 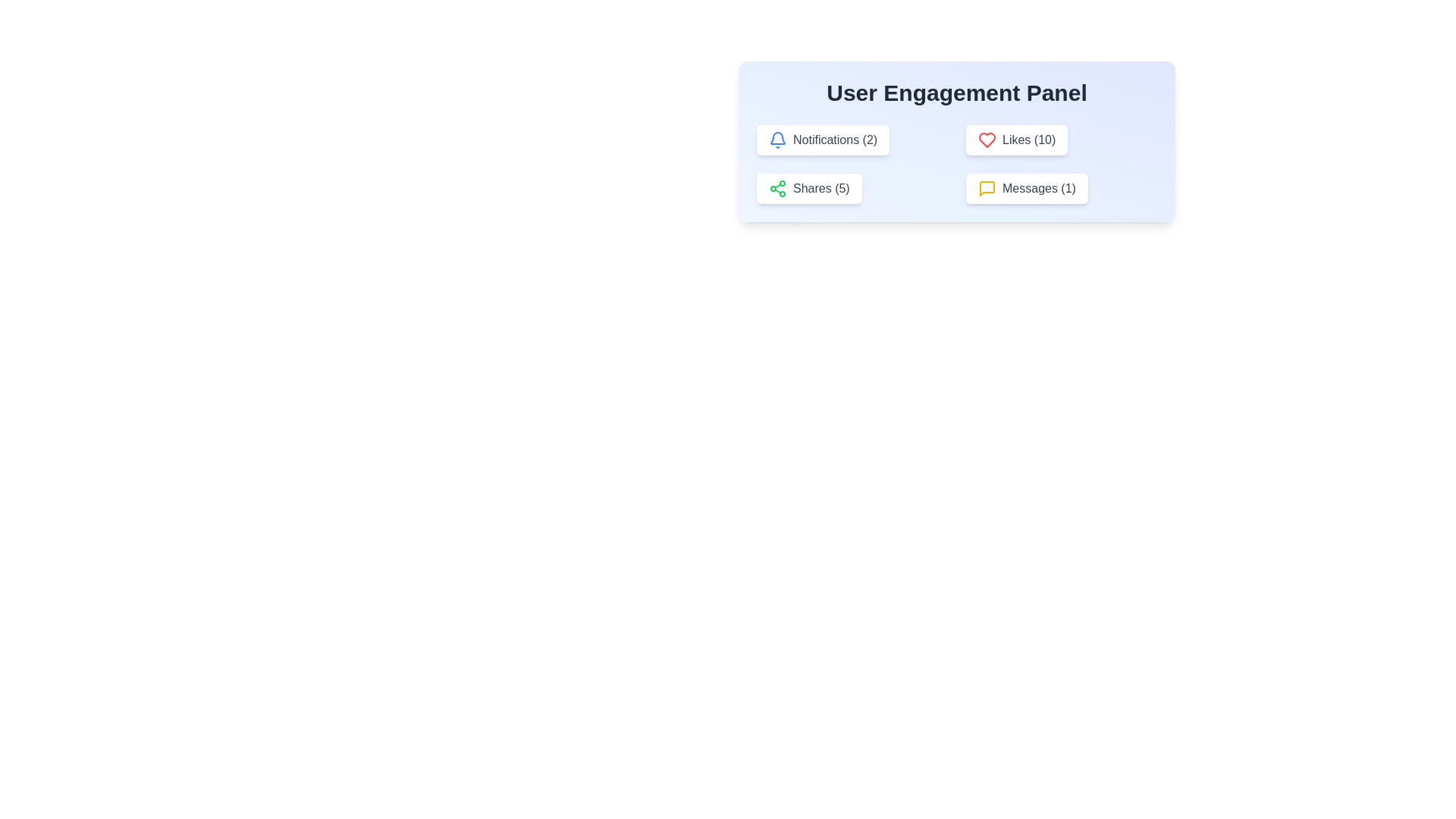 What do you see at coordinates (822, 140) in the screenshot?
I see `the button labeled 'Notifications (2)' with a bell icon` at bounding box center [822, 140].